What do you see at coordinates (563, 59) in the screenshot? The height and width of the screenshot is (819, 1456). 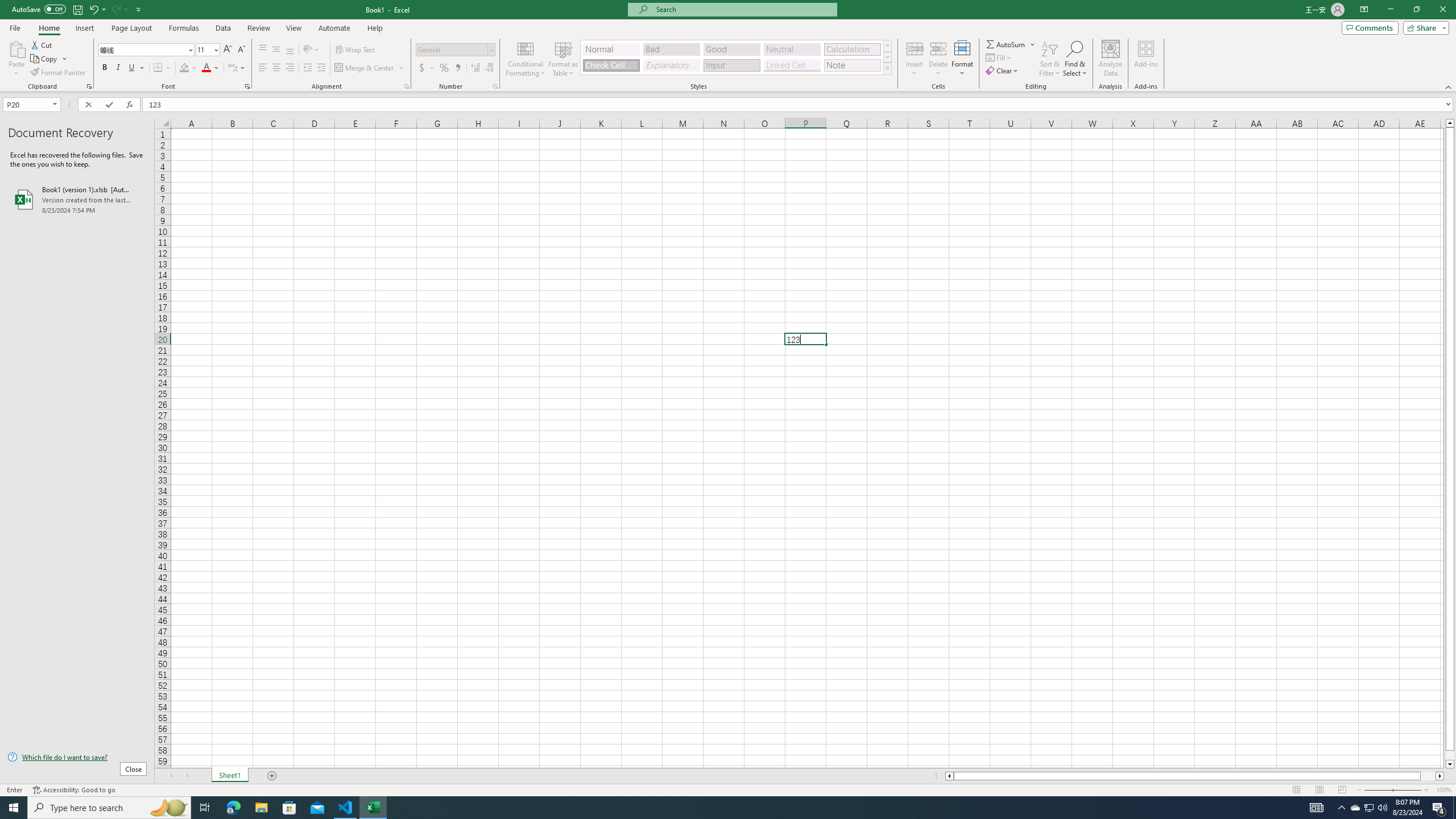 I see `'Format as Table'` at bounding box center [563, 59].